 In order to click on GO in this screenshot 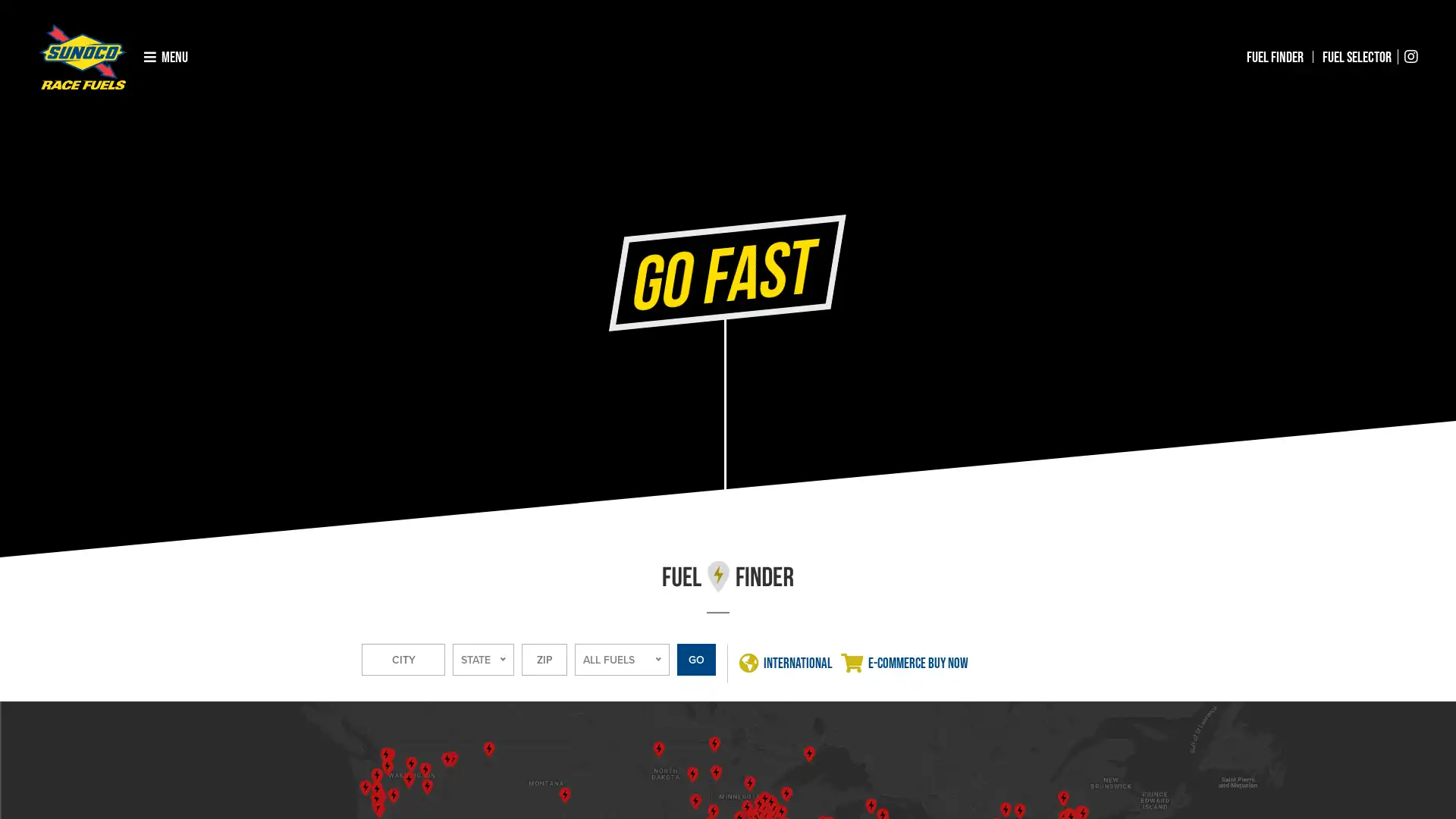, I will do `click(695, 659)`.